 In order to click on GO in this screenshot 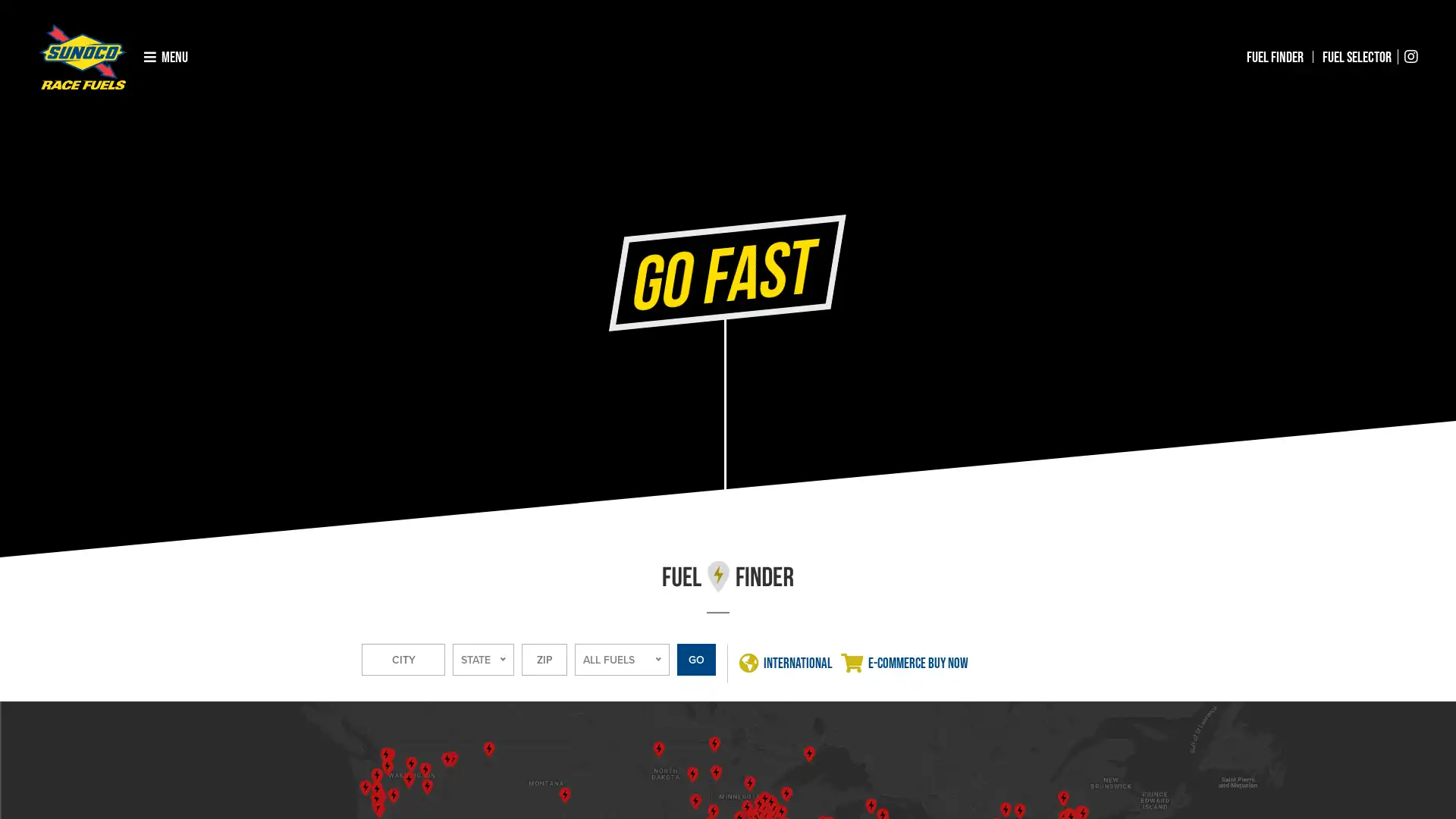, I will do `click(695, 659)`.